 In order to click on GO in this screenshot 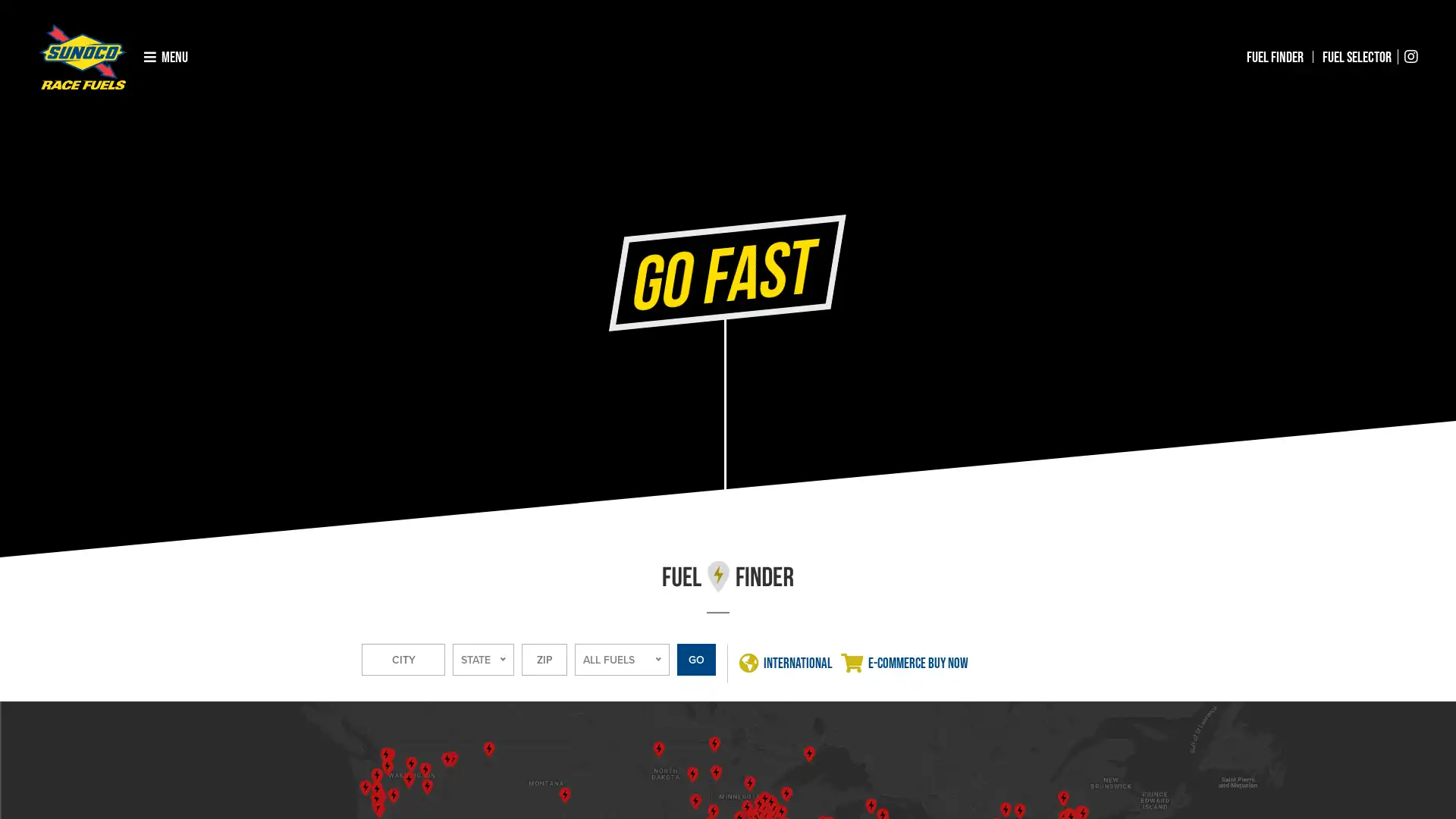, I will do `click(695, 659)`.